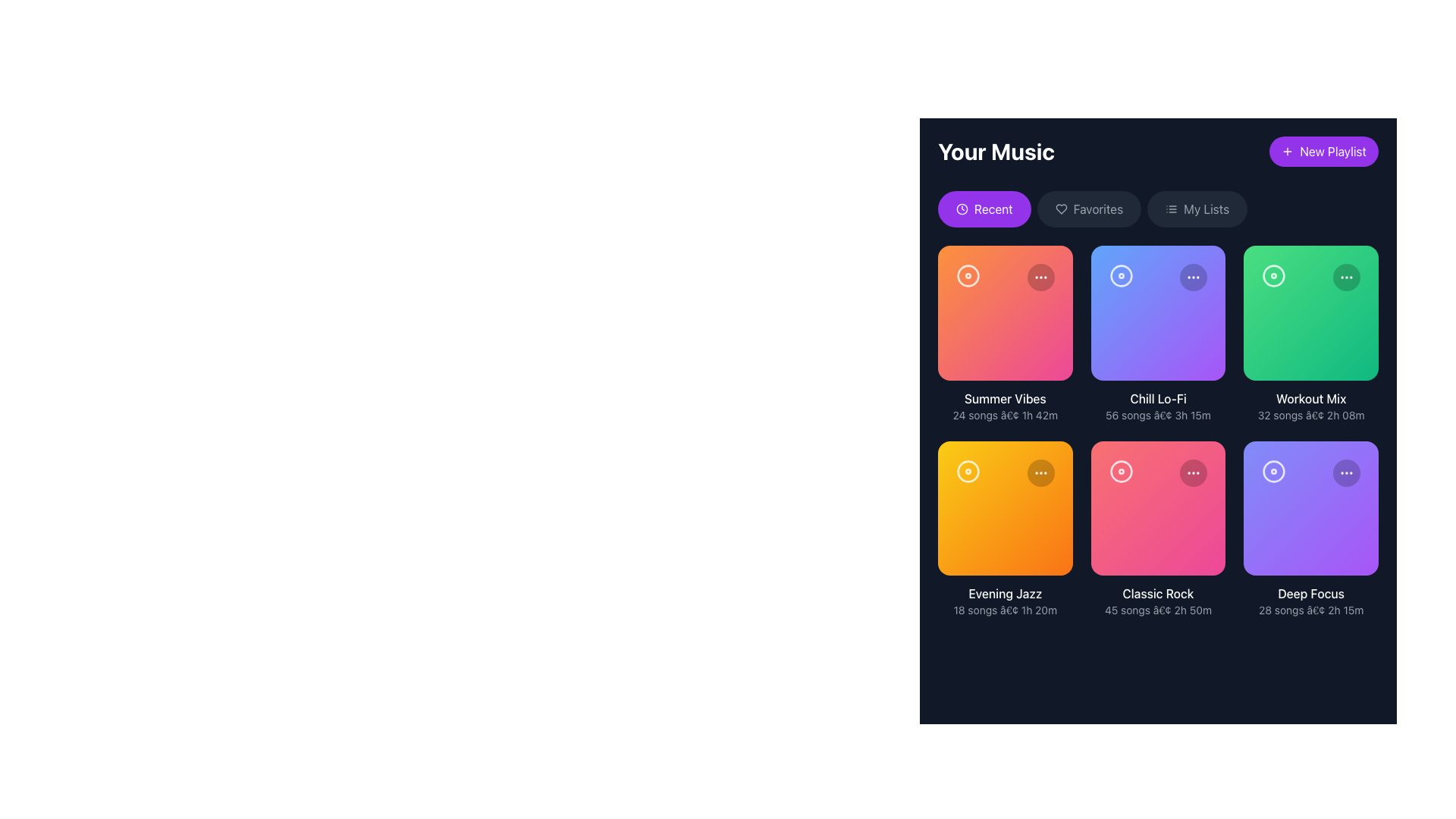 The width and height of the screenshot is (1456, 819). Describe the element at coordinates (1040, 472) in the screenshot. I see `the button located in the top-right corner of the orange card labeled 'Evening Jazz'` at that location.